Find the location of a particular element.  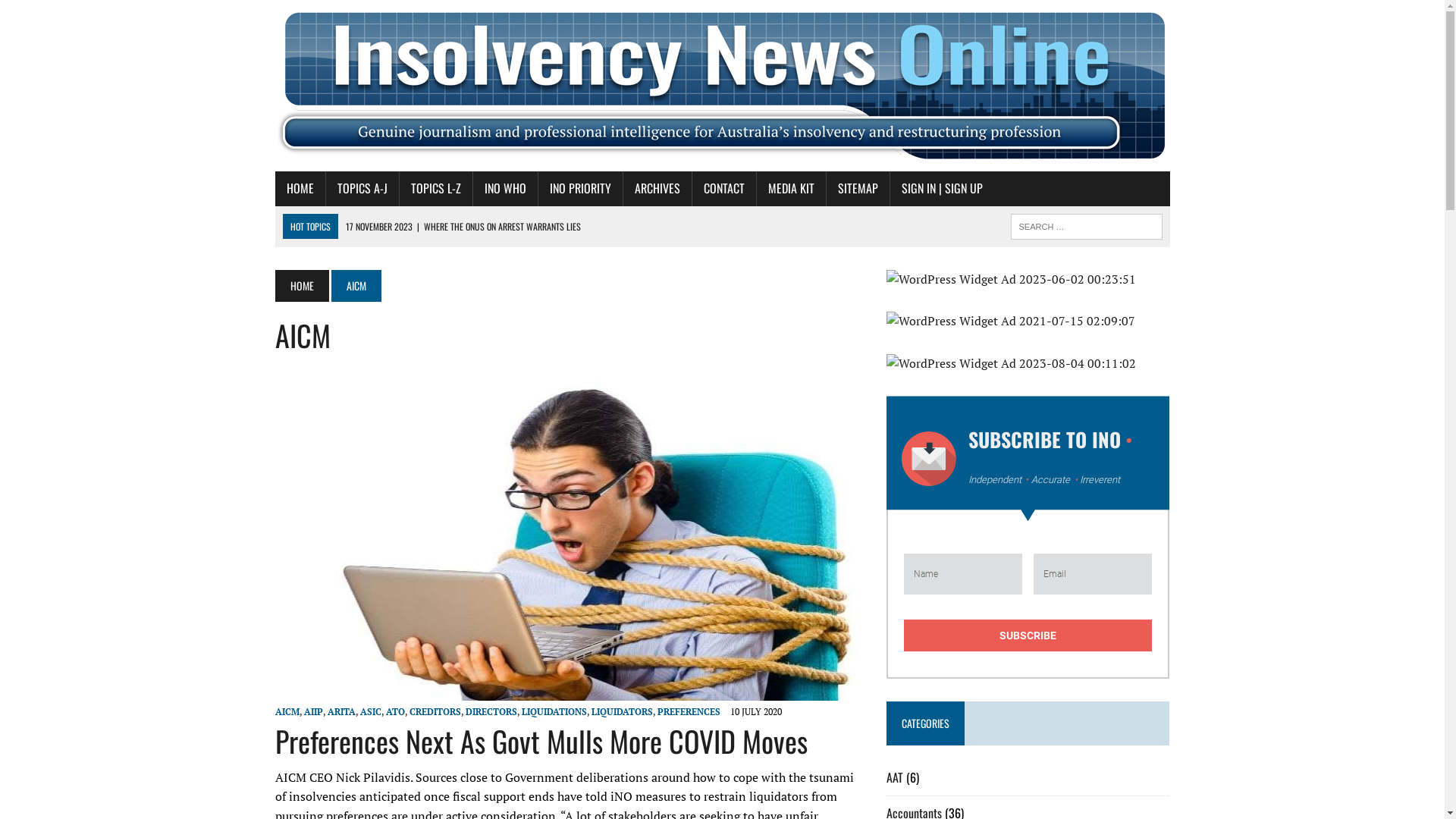

'SITEMAP' is located at coordinates (858, 188).